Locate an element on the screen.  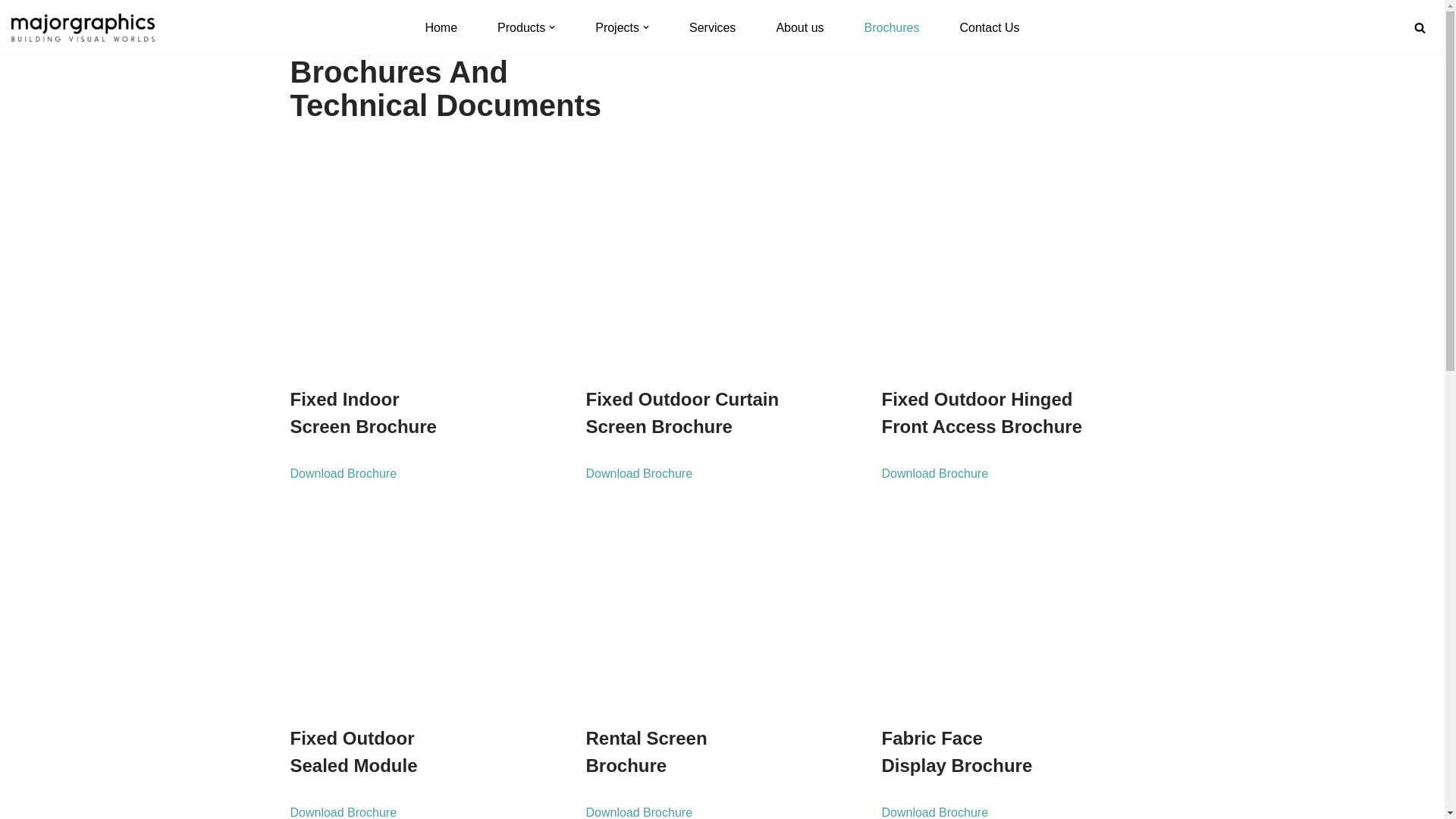
'Home' is located at coordinates (425, 27).